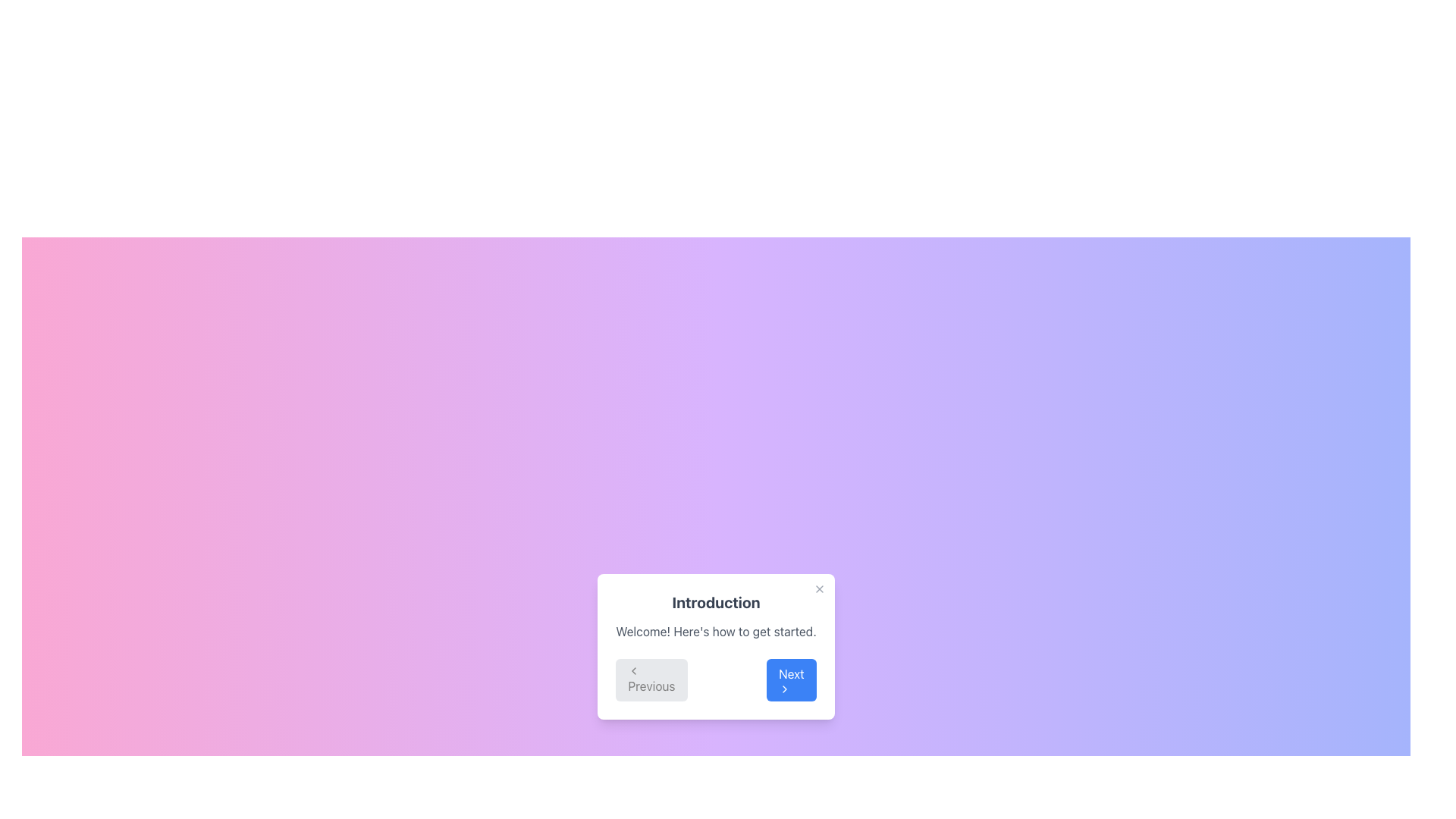 This screenshot has height=819, width=1456. I want to click on the 'Next' button located at the bottom of the white card with rounded corners, which contains the title 'Introduction' and allows navigation to the next step, so click(715, 679).